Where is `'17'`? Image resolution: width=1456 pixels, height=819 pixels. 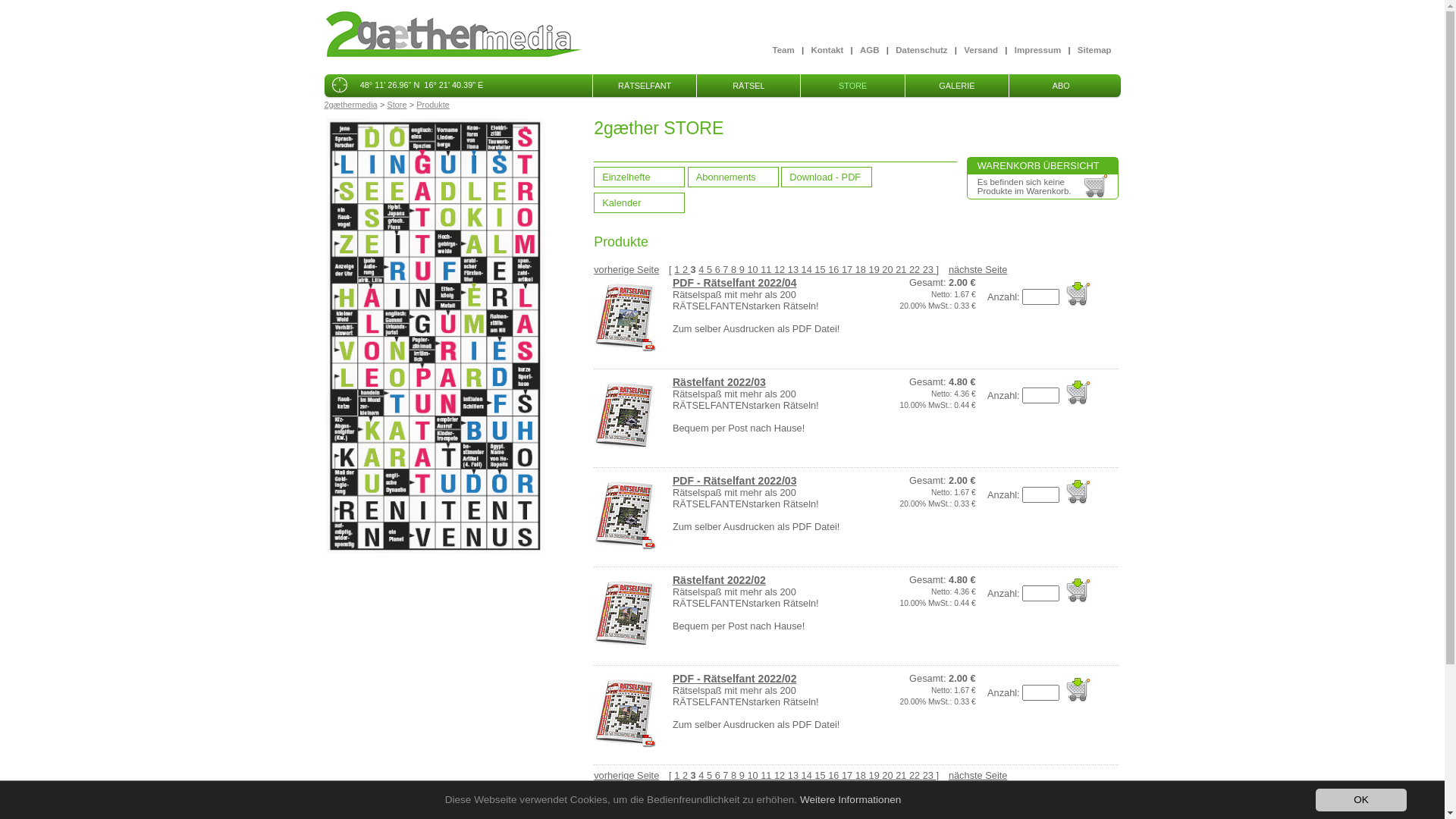
'17' is located at coordinates (847, 268).